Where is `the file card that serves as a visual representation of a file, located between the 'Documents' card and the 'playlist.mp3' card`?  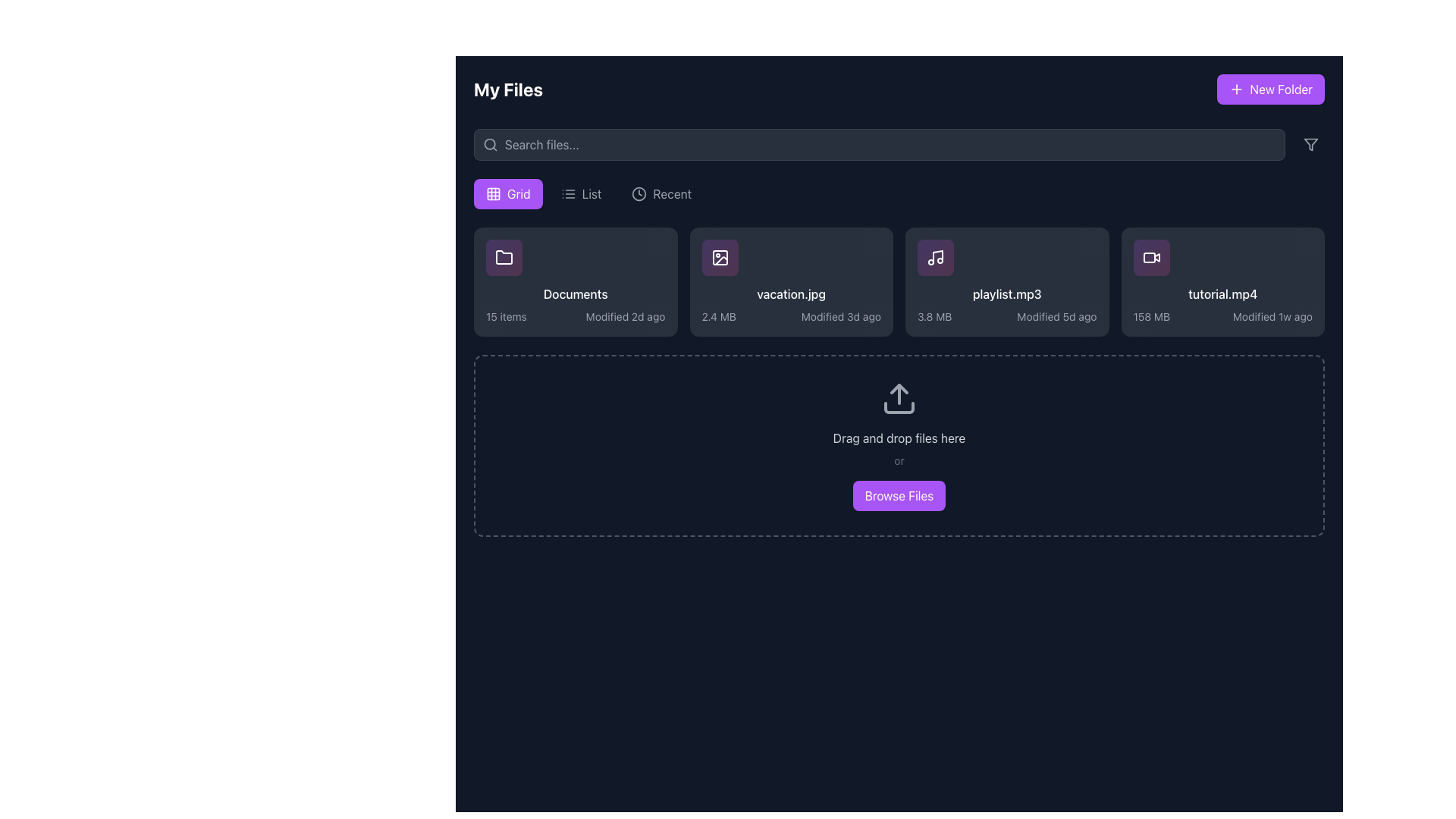 the file card that serves as a visual representation of a file, located between the 'Documents' card and the 'playlist.mp3' card is located at coordinates (790, 281).